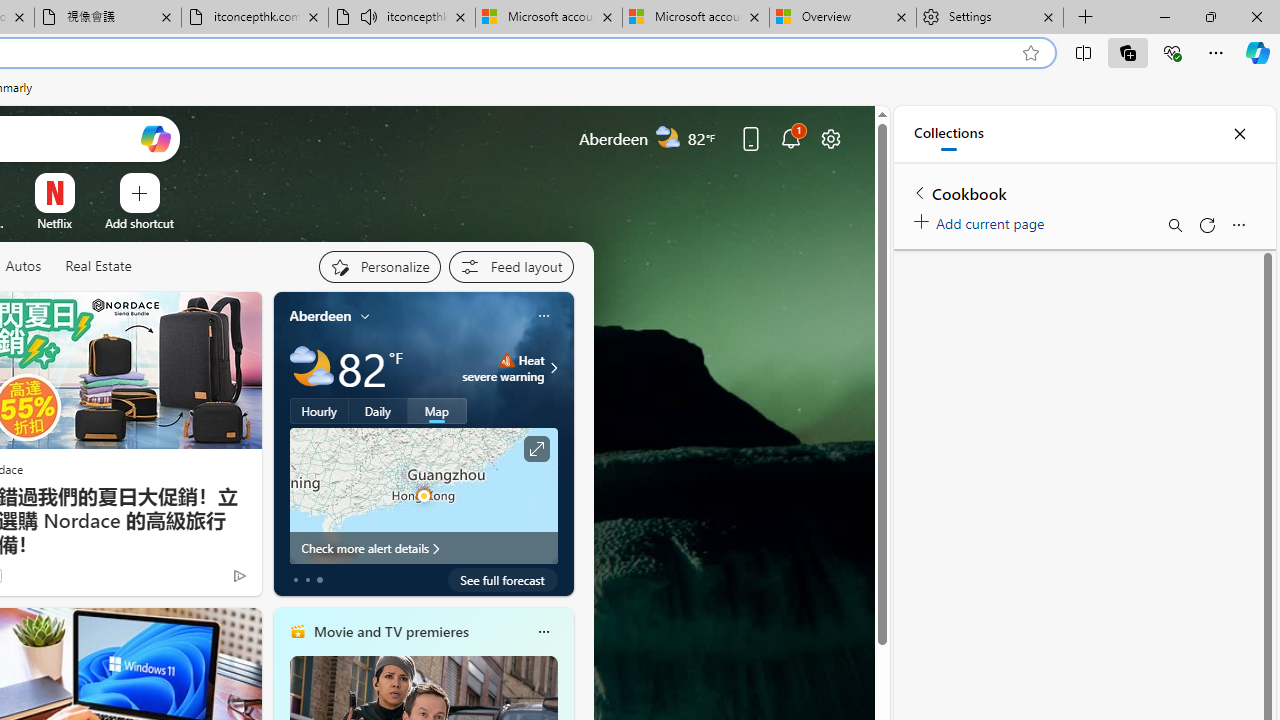 Image resolution: width=1280 pixels, height=720 pixels. I want to click on 'Mute tab', so click(369, 16).